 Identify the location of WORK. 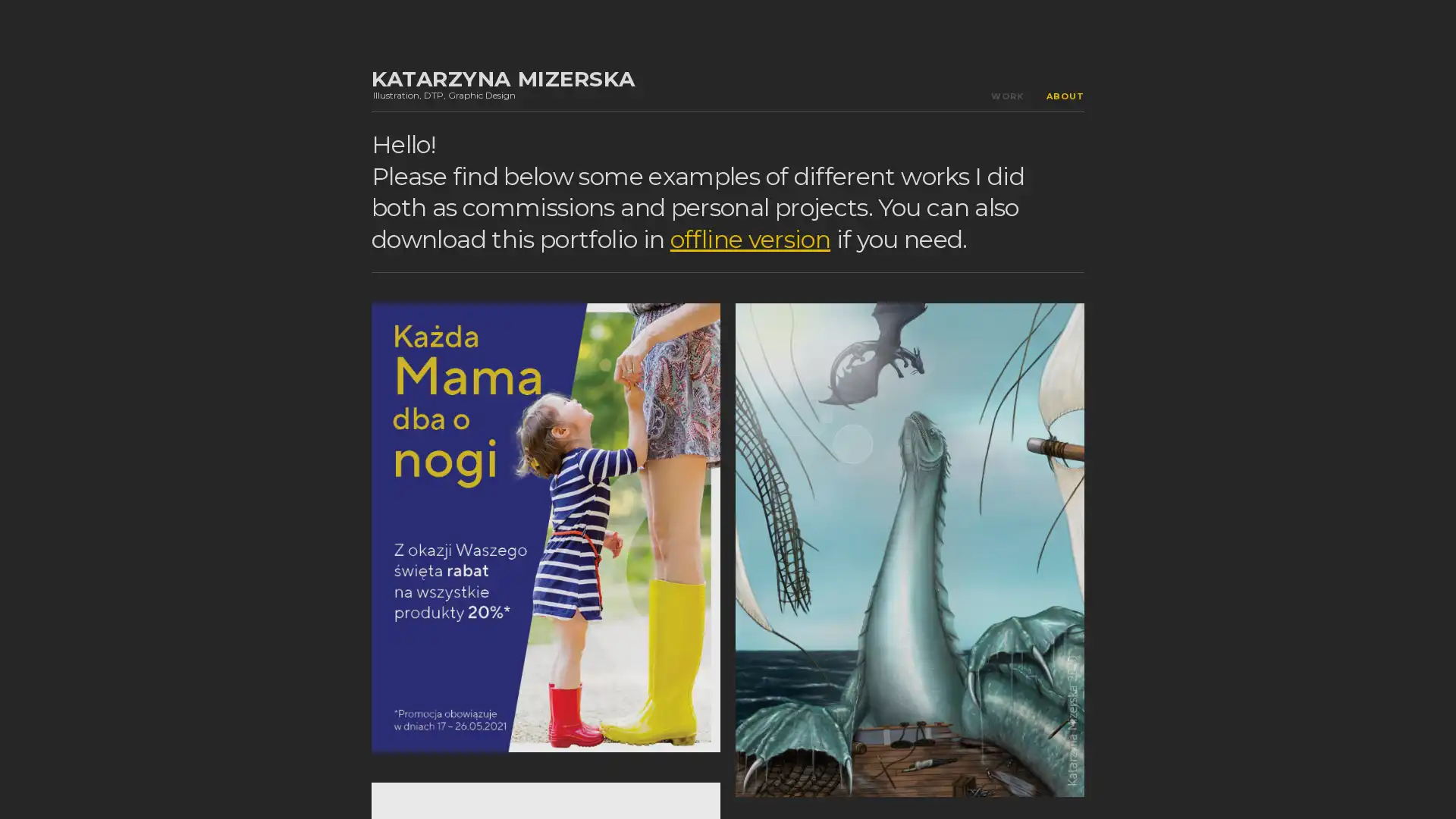
(1007, 96).